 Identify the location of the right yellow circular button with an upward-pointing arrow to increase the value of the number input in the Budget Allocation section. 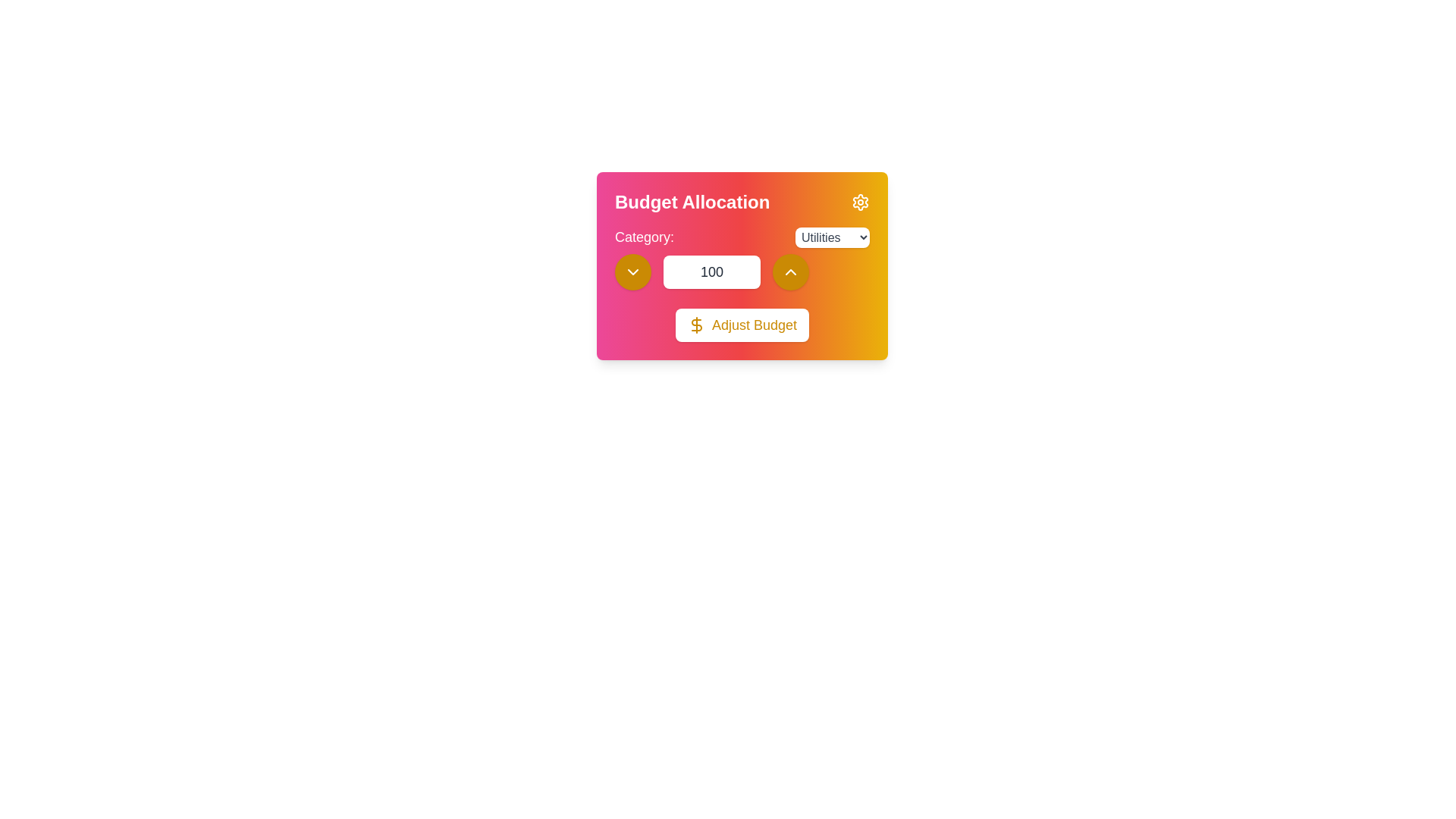
(742, 271).